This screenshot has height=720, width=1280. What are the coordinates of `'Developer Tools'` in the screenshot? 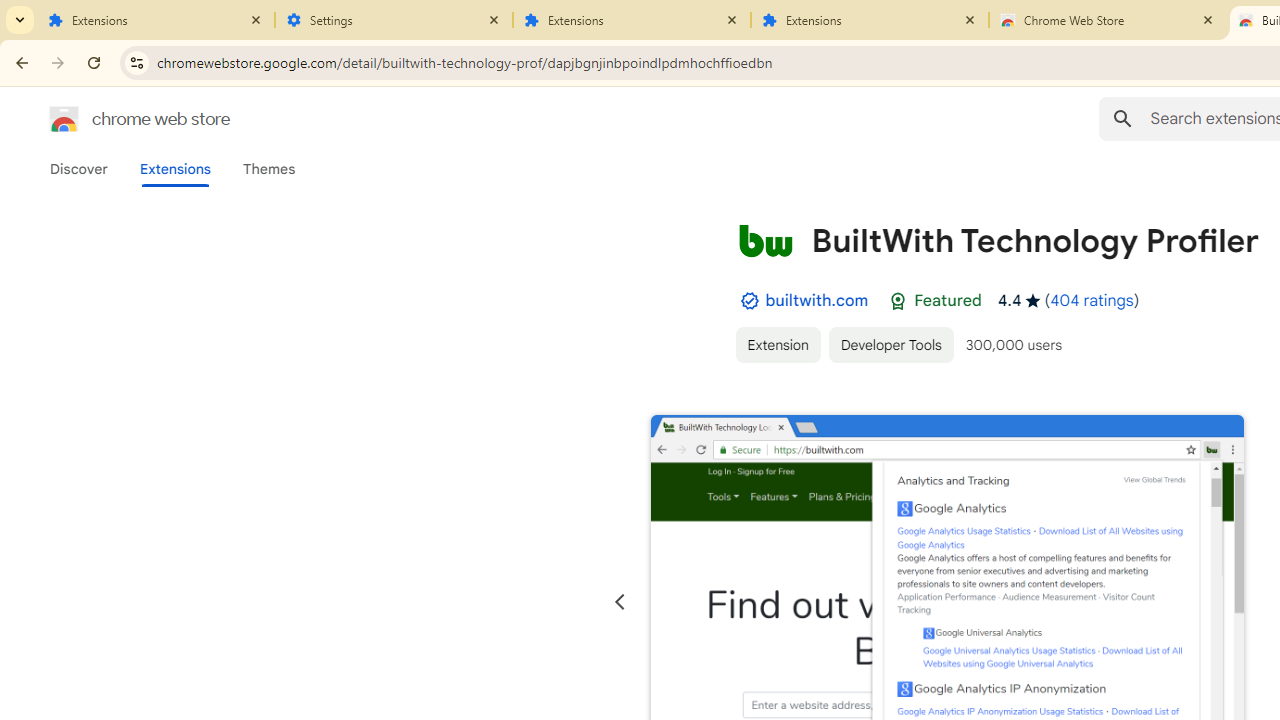 It's located at (889, 343).